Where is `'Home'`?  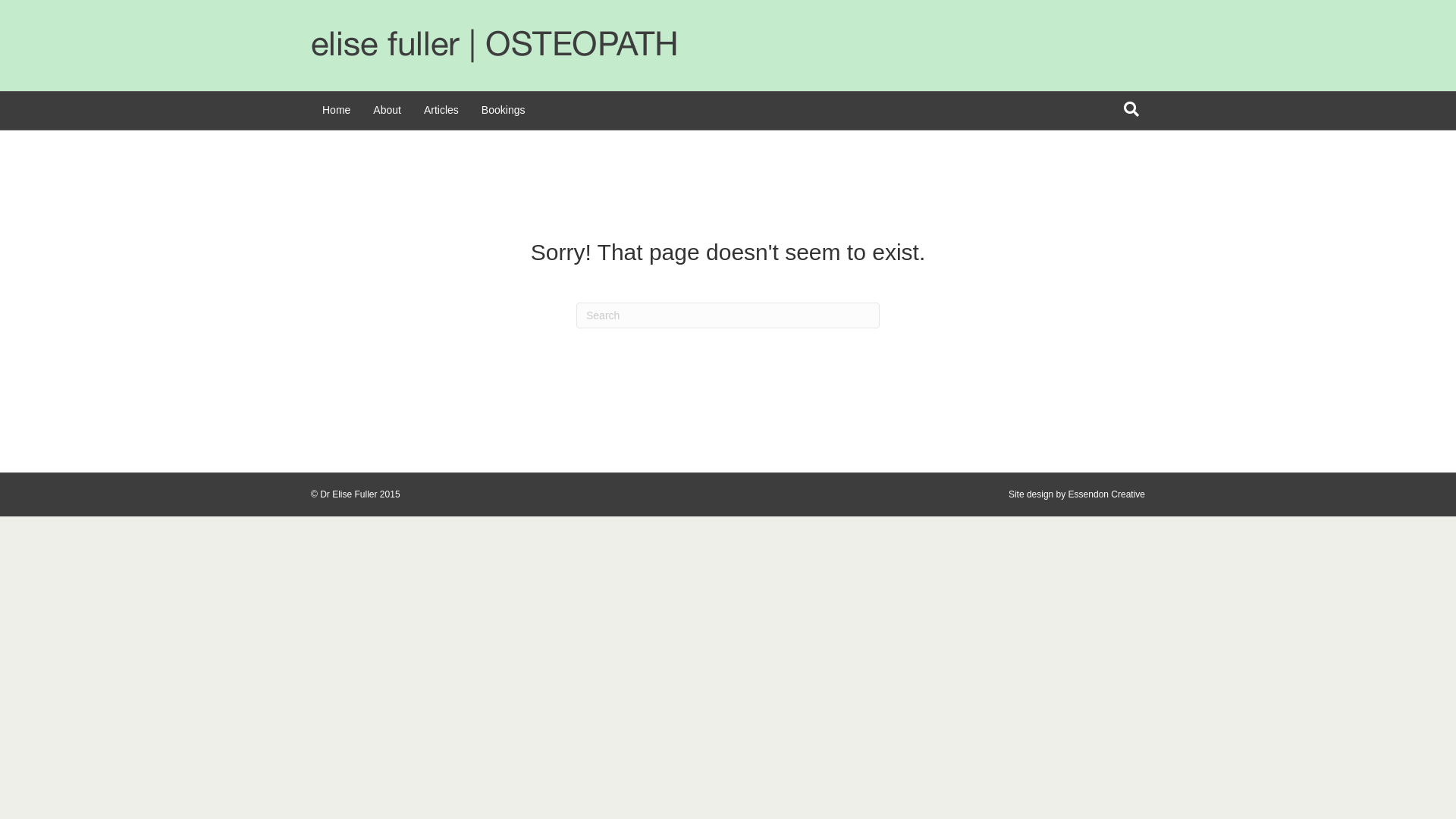
'Home' is located at coordinates (335, 110).